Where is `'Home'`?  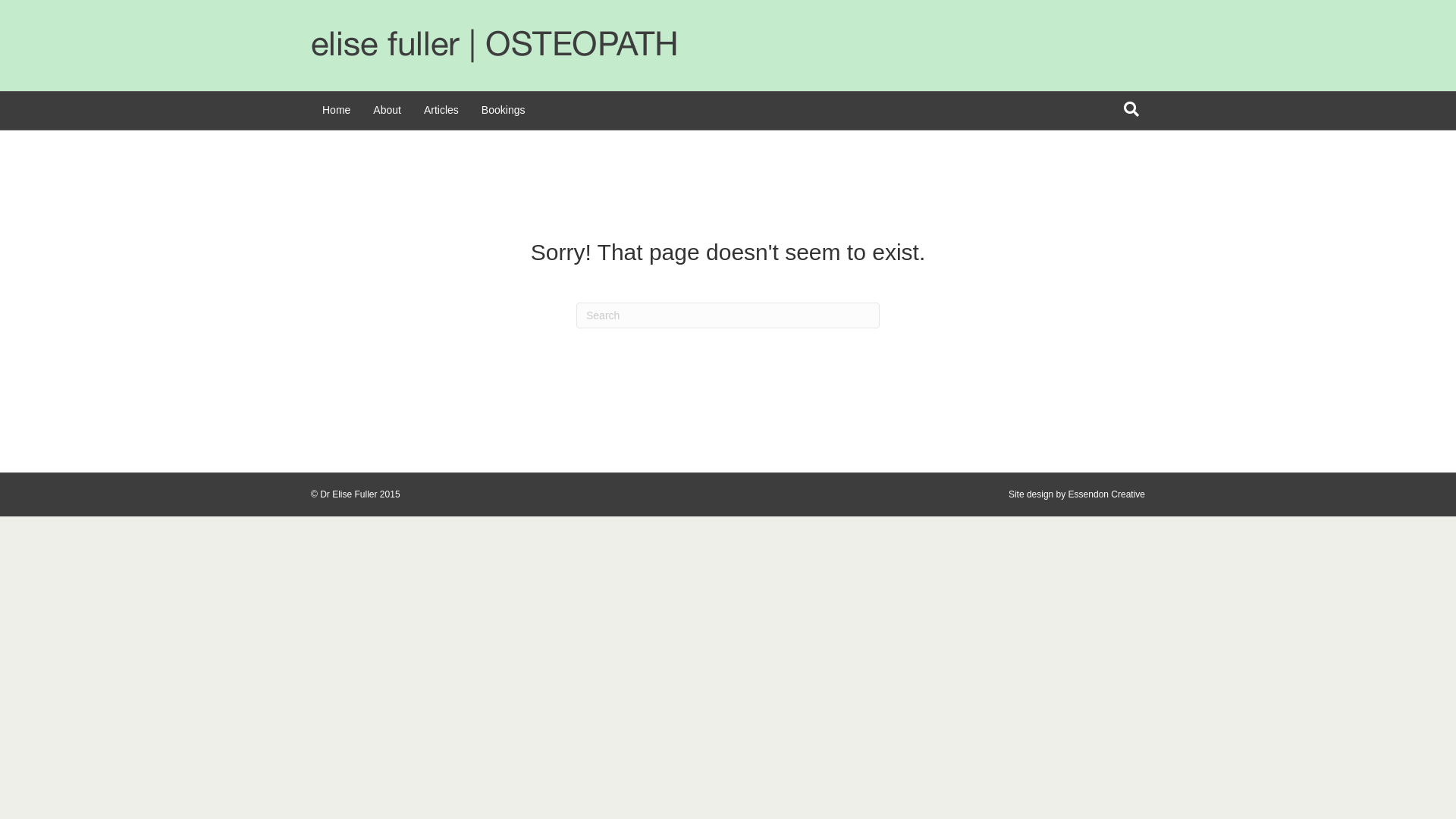
'Home' is located at coordinates (335, 110).